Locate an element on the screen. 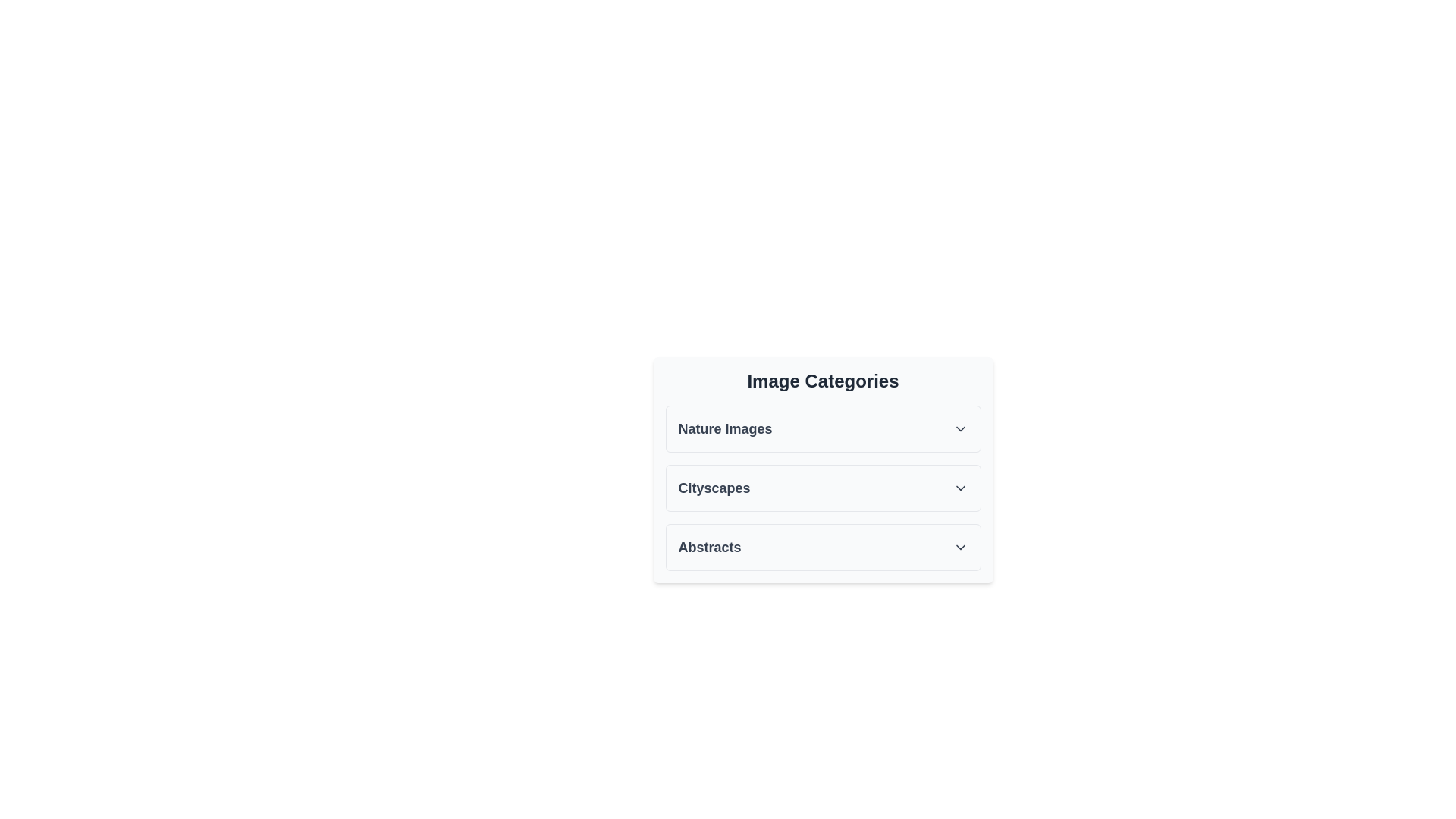 This screenshot has width=1456, height=819. the title of the component labeled 'Image Categories' is located at coordinates (822, 380).